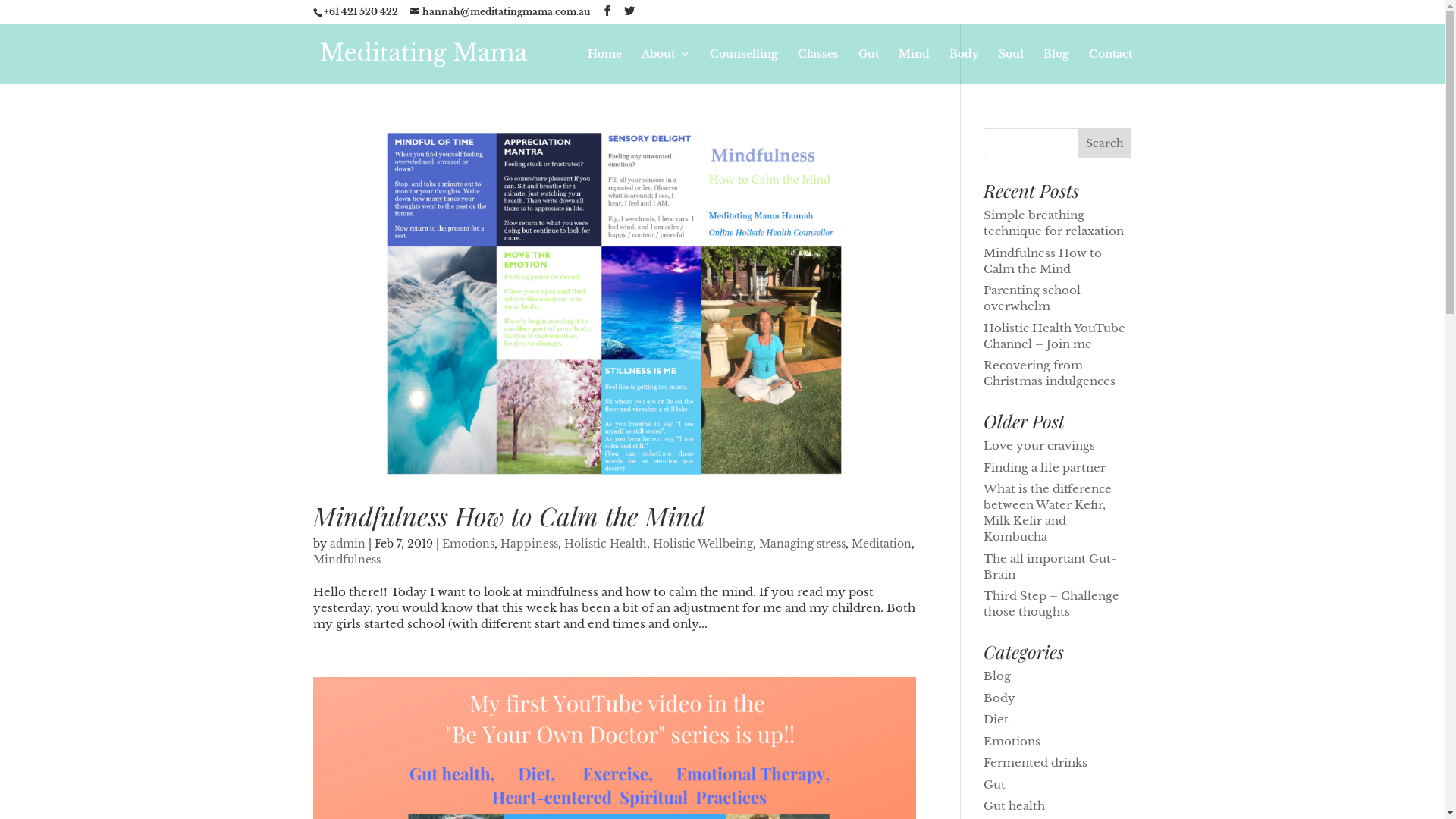  What do you see at coordinates (1087, 65) in the screenshot?
I see `'Contact'` at bounding box center [1087, 65].